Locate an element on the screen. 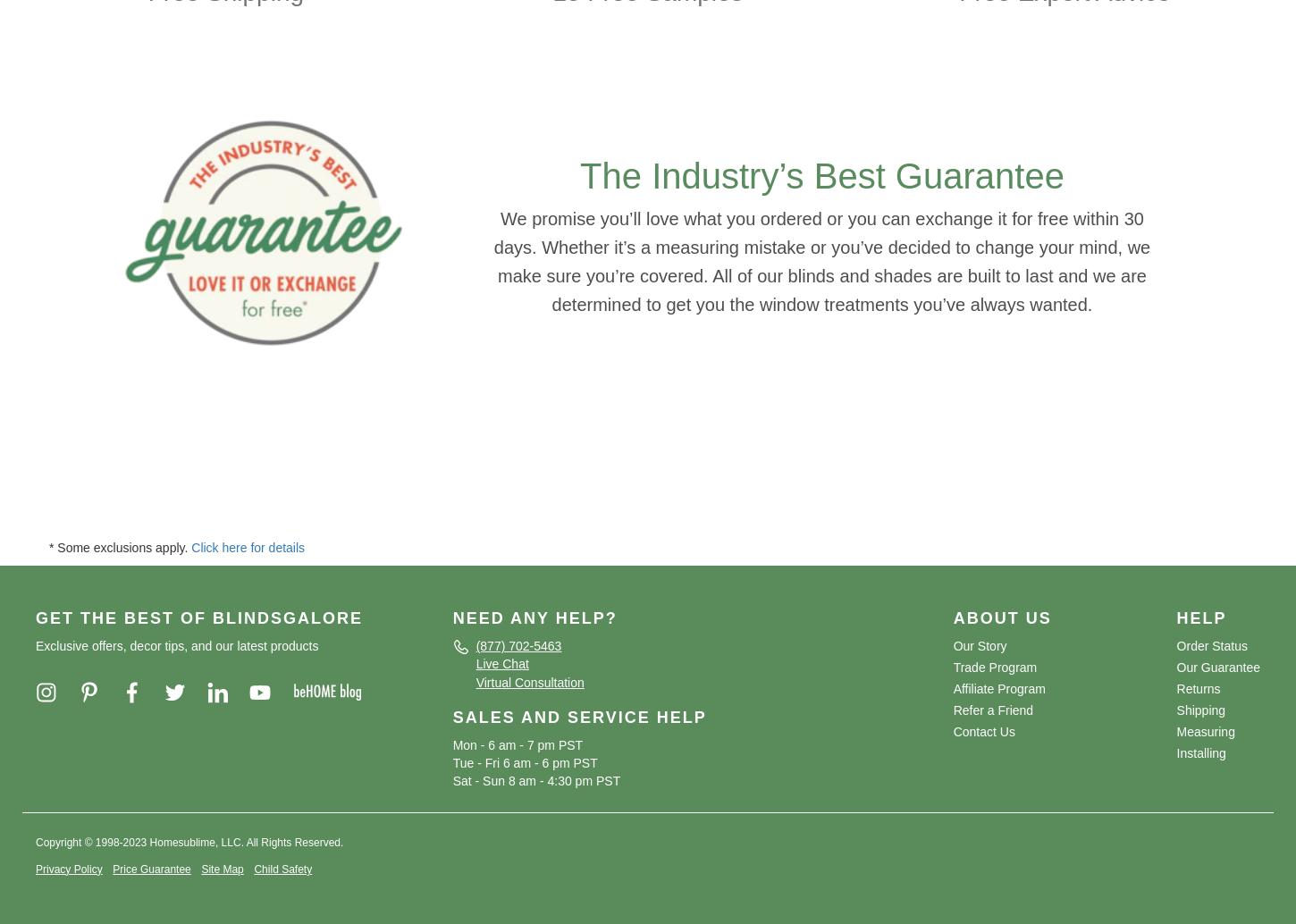  'Child Safety' is located at coordinates (282, 867).